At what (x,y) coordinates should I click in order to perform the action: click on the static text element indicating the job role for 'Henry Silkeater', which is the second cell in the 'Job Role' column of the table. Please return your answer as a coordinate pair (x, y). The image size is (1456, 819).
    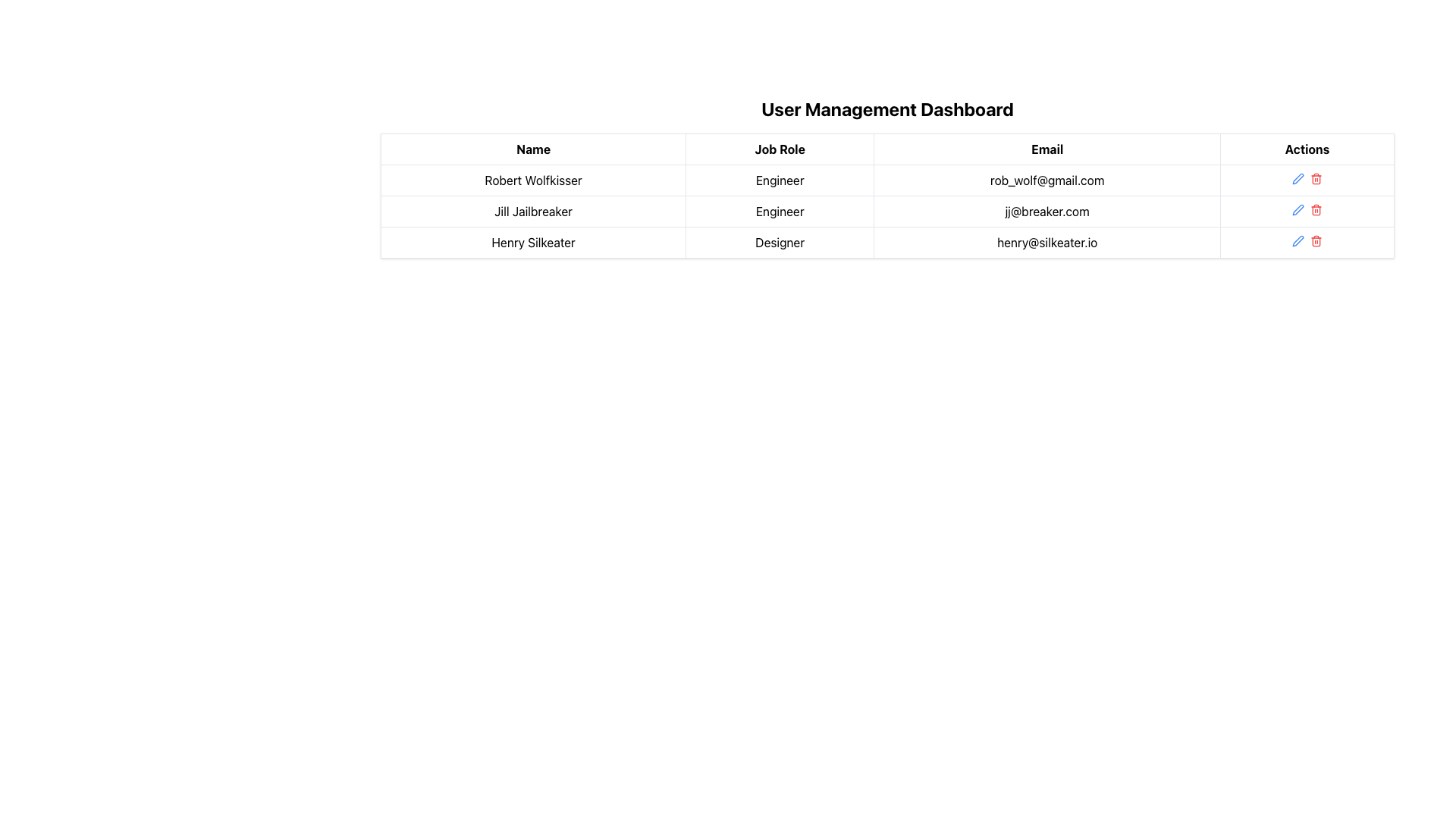
    Looking at the image, I should click on (780, 242).